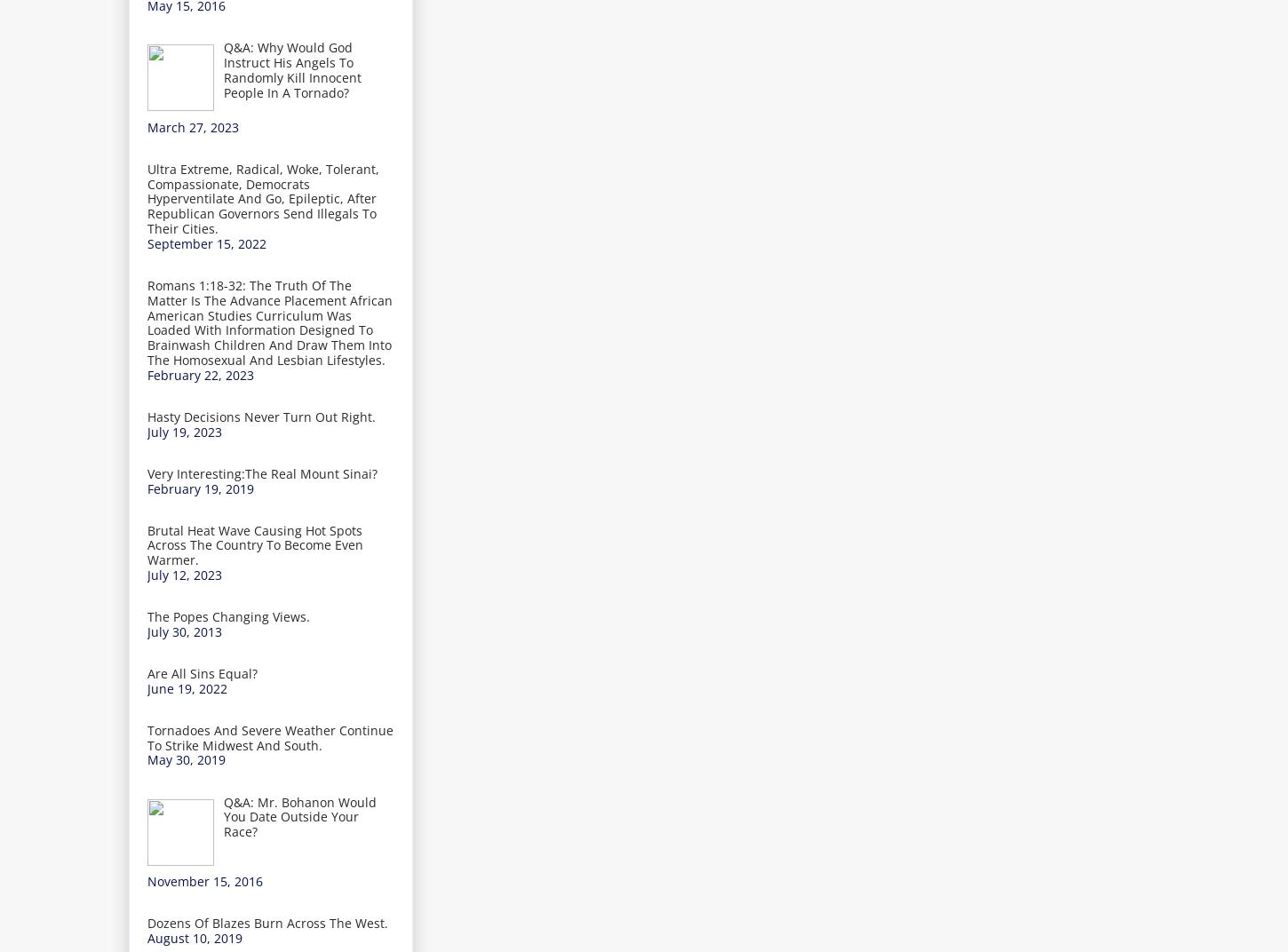 This screenshot has height=952, width=1288. What do you see at coordinates (183, 431) in the screenshot?
I see `'July 19, 2023'` at bounding box center [183, 431].